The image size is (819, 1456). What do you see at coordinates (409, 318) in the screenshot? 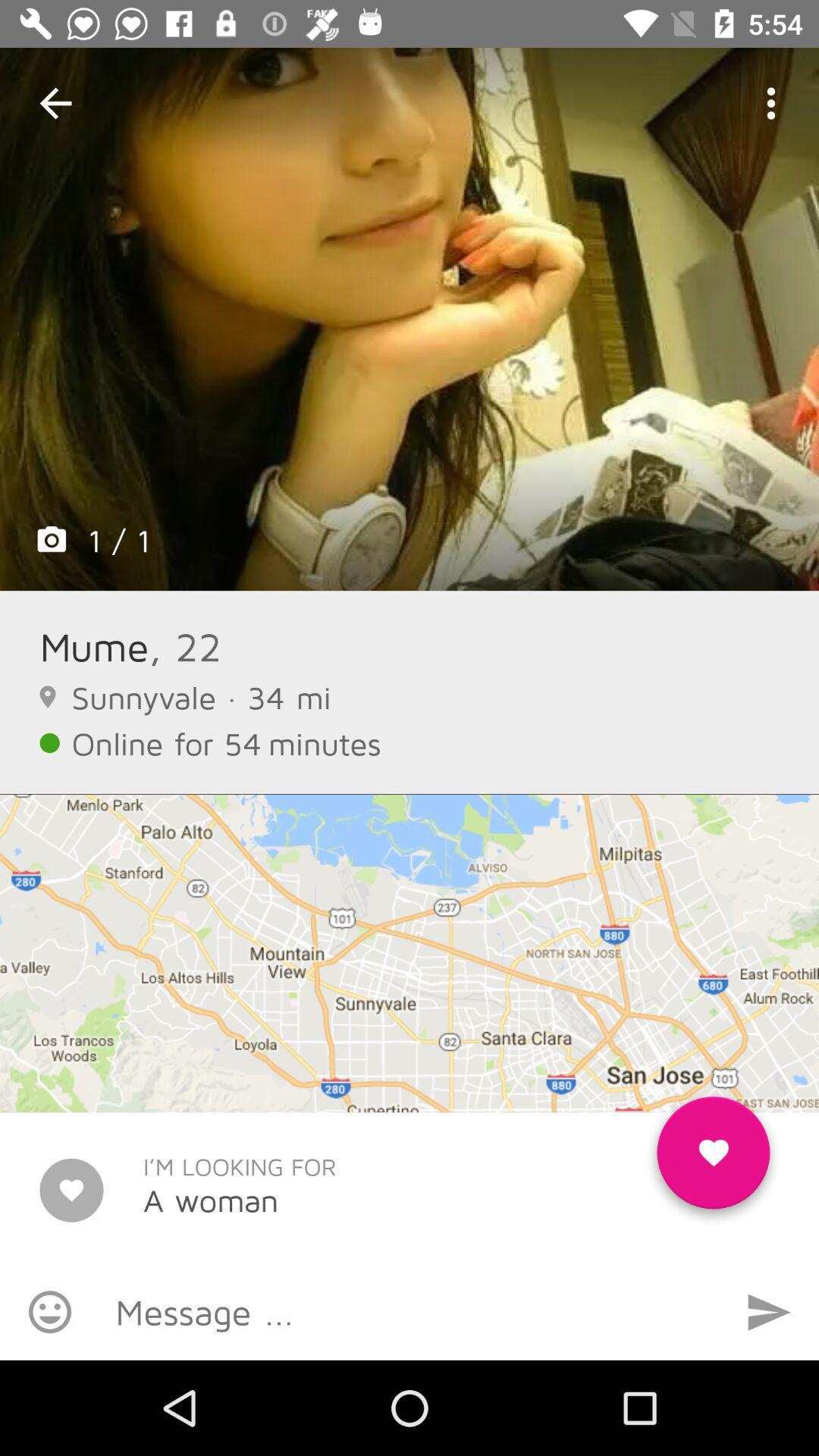
I see `enlarge picture` at bounding box center [409, 318].